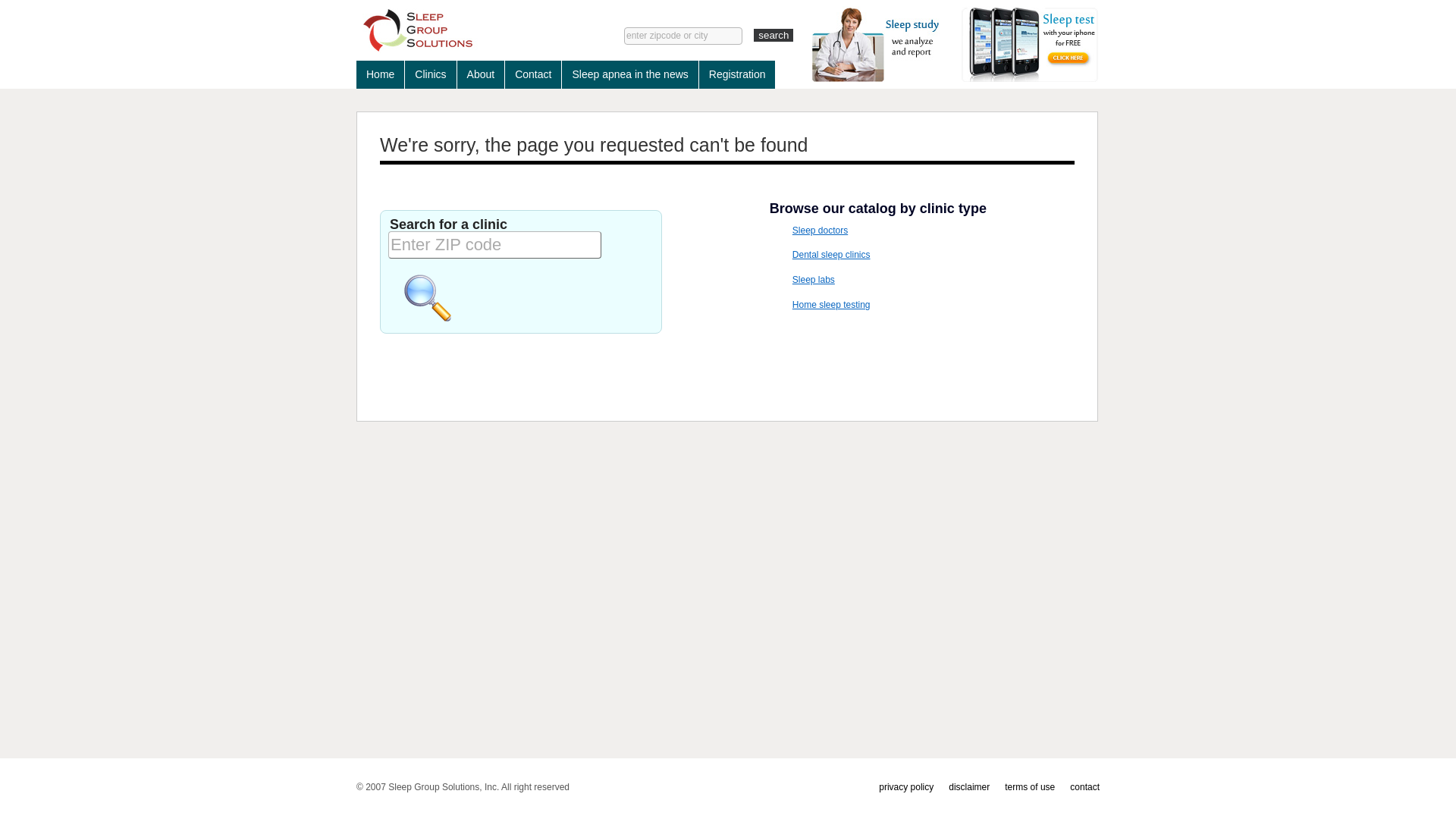  Describe the element at coordinates (813, 280) in the screenshot. I see `'Sleep labs'` at that location.